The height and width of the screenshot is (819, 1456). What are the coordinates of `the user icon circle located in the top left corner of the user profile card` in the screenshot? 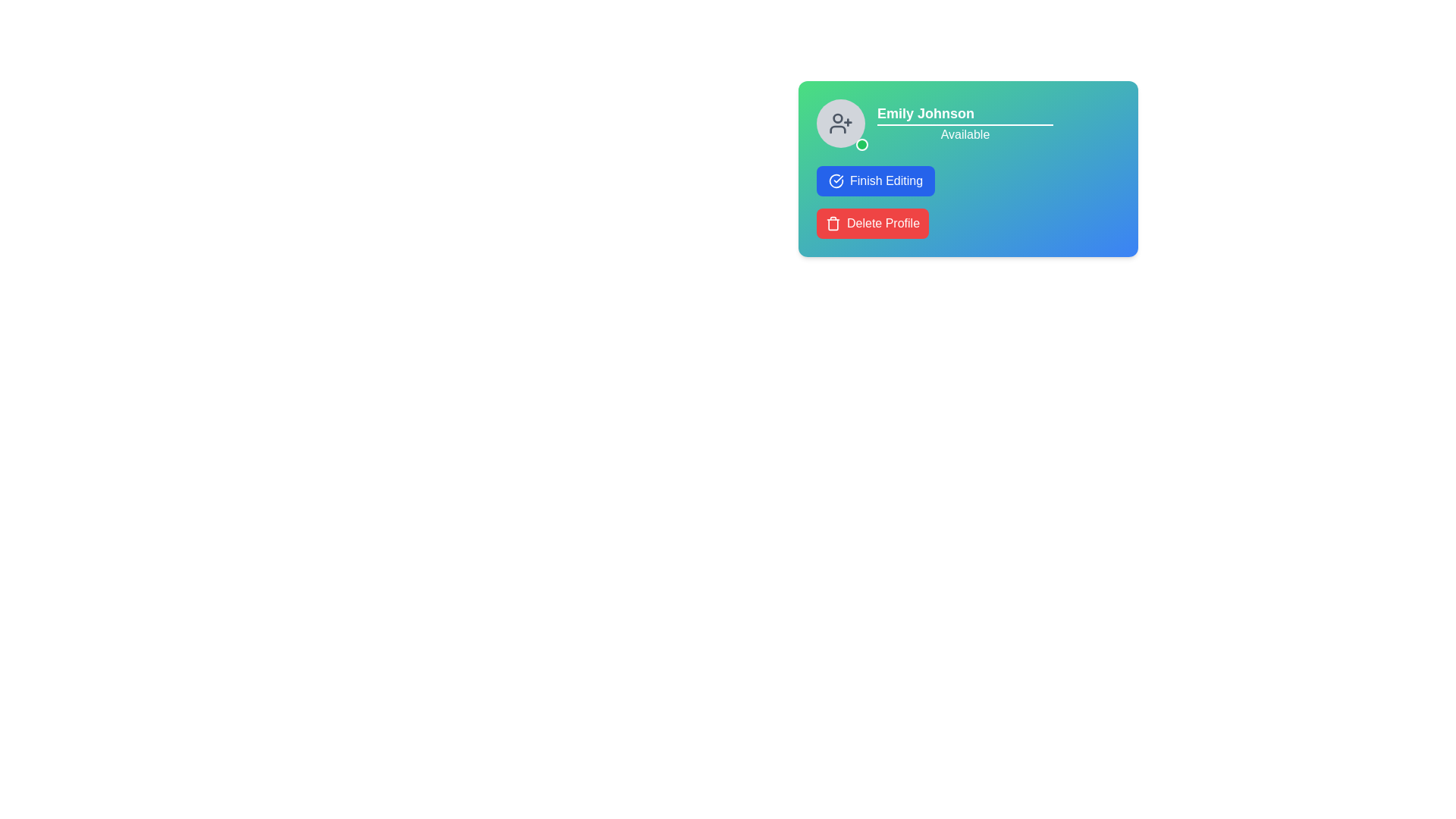 It's located at (836, 117).